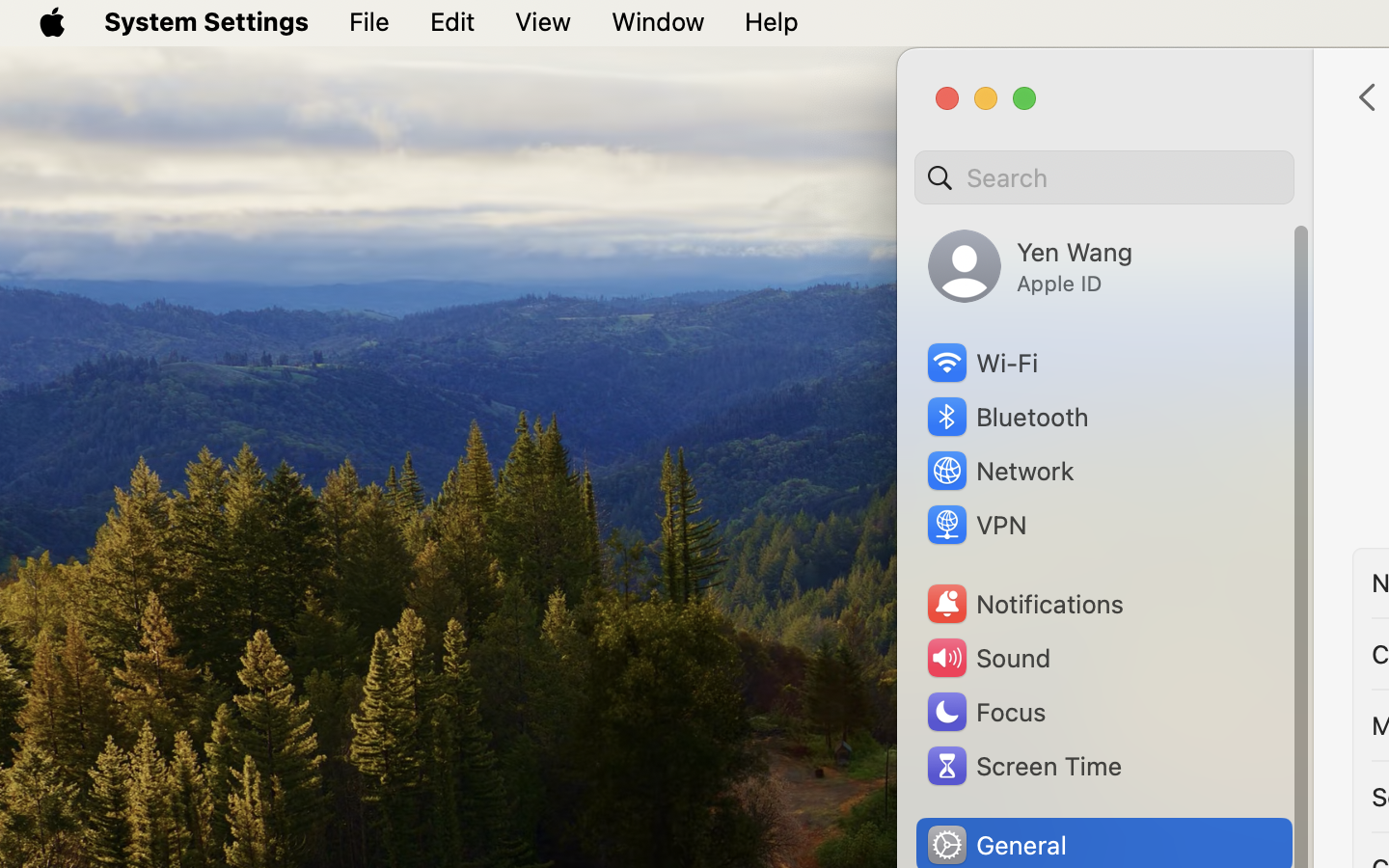 This screenshot has width=1389, height=868. Describe the element at coordinates (1024, 604) in the screenshot. I see `'Notifications'` at that location.